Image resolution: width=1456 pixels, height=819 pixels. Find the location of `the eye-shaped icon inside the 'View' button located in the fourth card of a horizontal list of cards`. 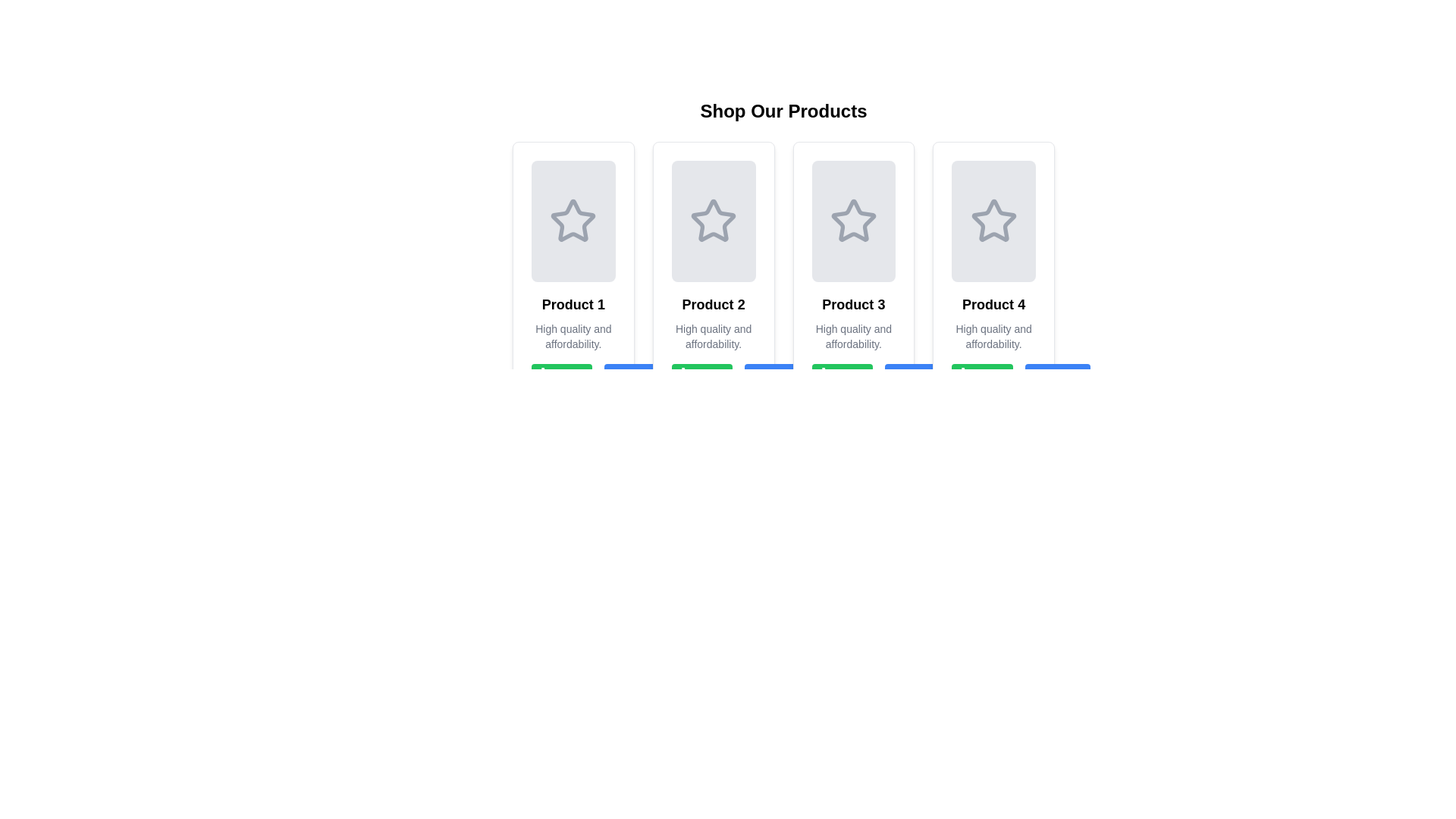

the eye-shaped icon inside the 'View' button located in the fourth card of a horizontal list of cards is located at coordinates (902, 375).